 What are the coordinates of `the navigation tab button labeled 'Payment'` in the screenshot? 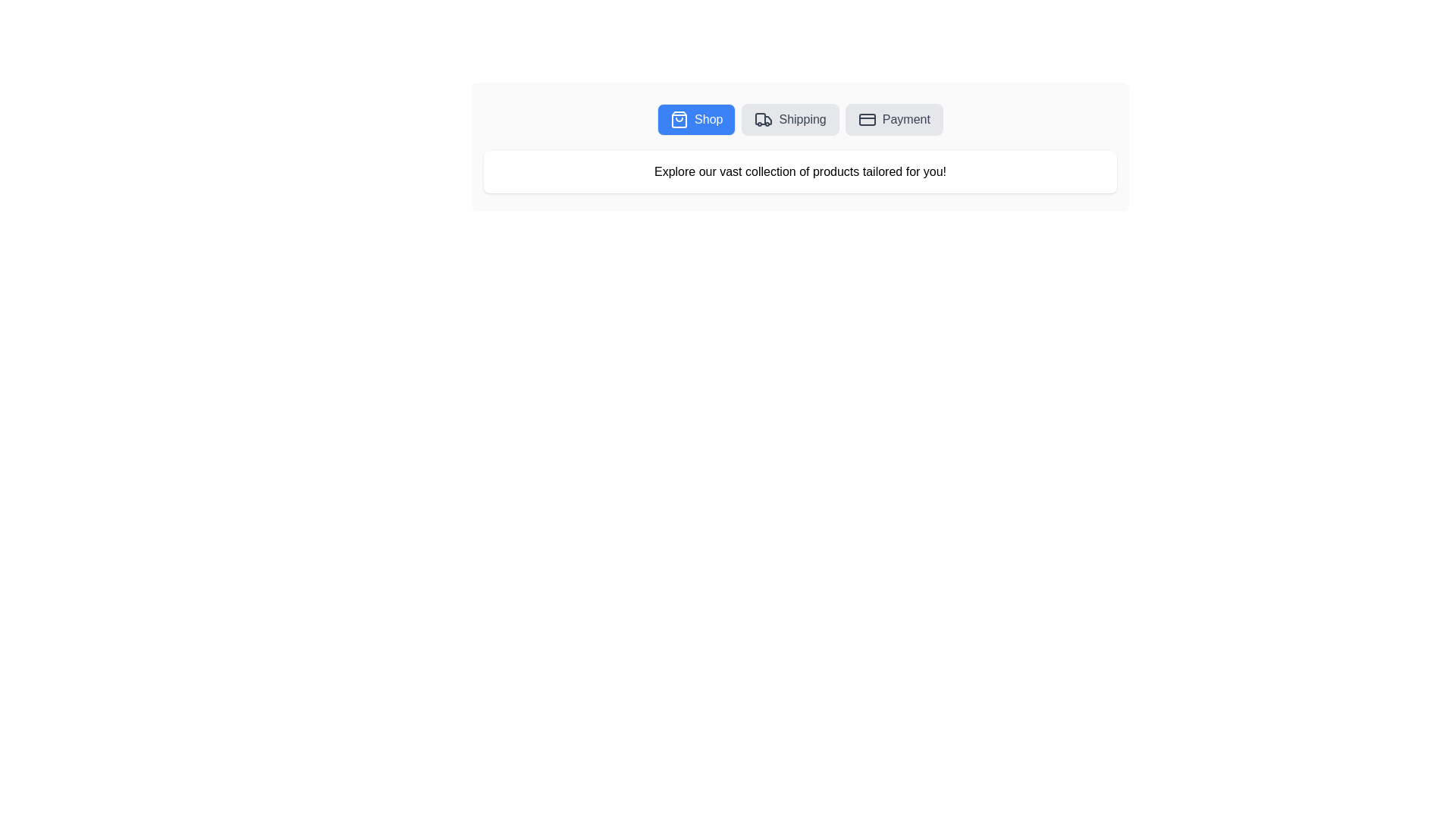 It's located at (894, 119).